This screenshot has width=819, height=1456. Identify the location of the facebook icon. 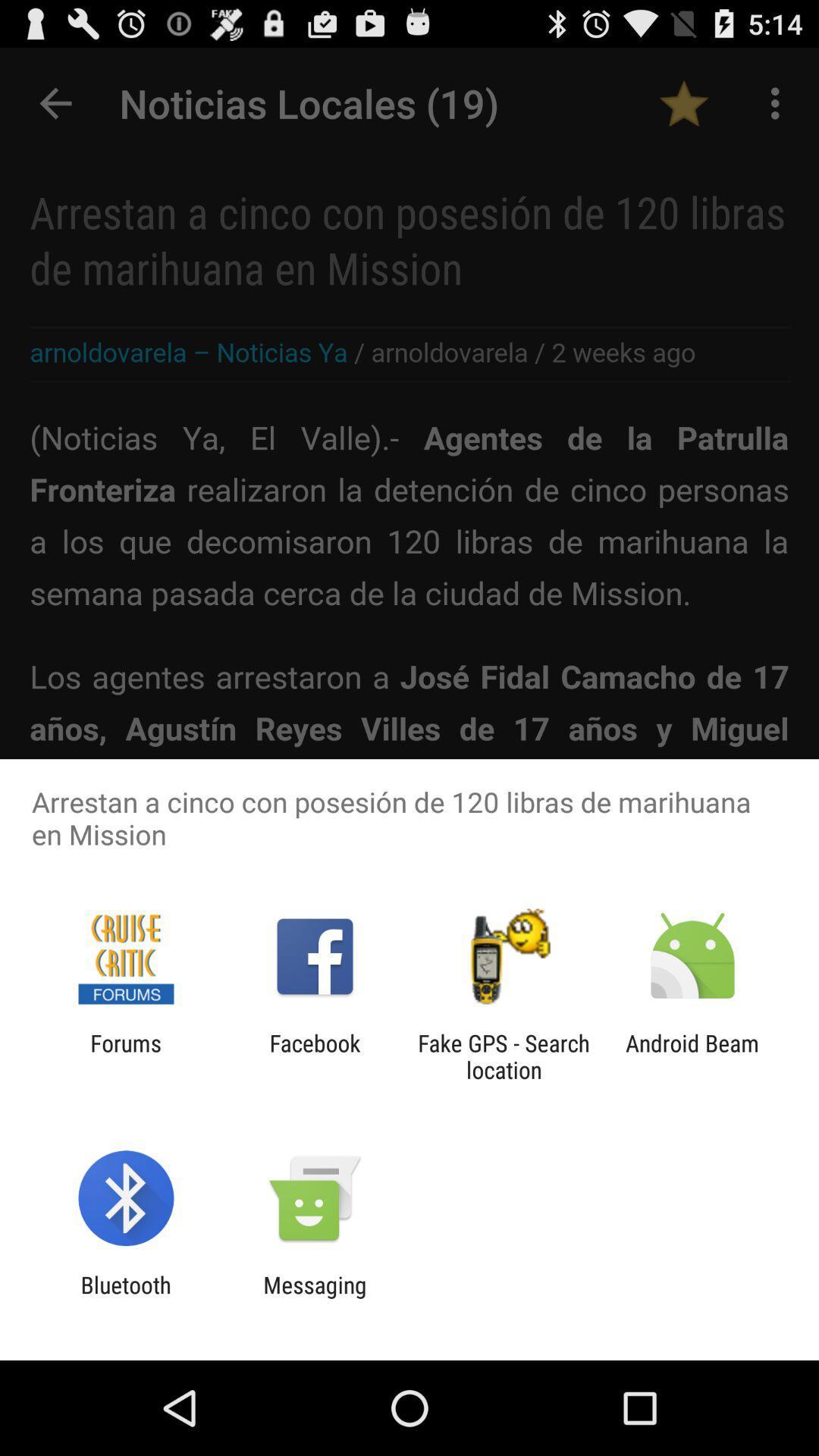
(314, 1056).